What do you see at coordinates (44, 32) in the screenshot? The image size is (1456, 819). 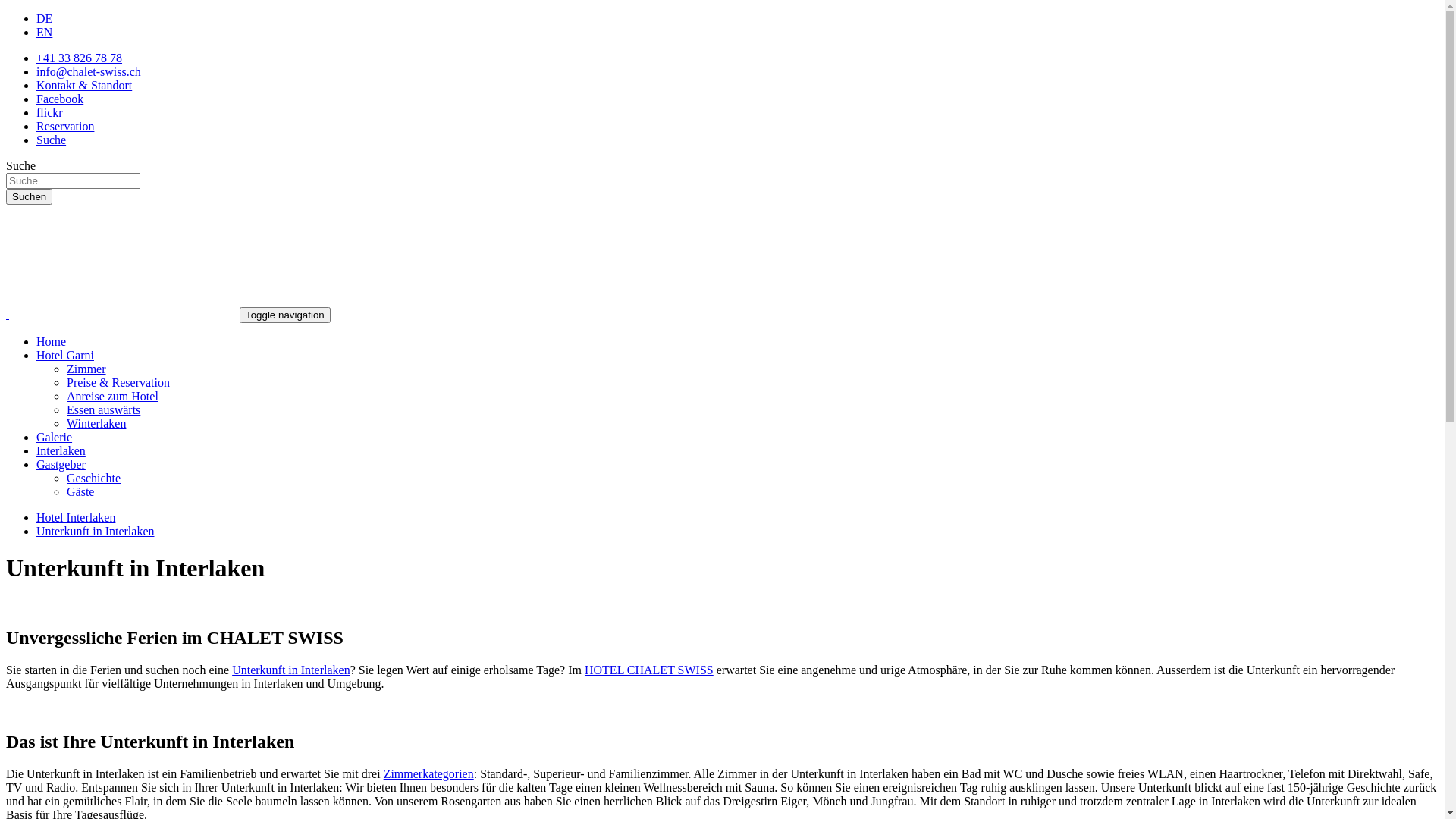 I see `'EN'` at bounding box center [44, 32].